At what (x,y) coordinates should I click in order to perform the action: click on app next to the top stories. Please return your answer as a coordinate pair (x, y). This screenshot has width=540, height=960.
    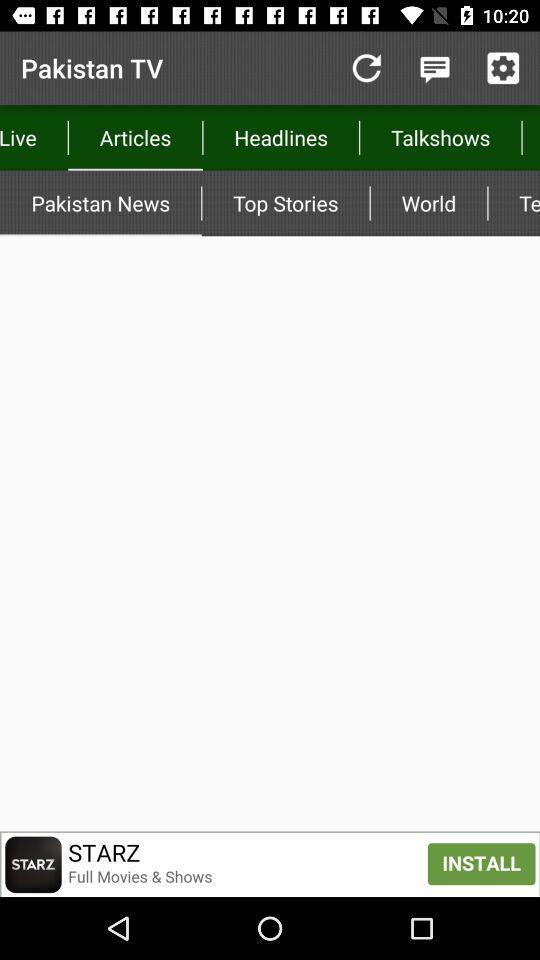
    Looking at the image, I should click on (99, 203).